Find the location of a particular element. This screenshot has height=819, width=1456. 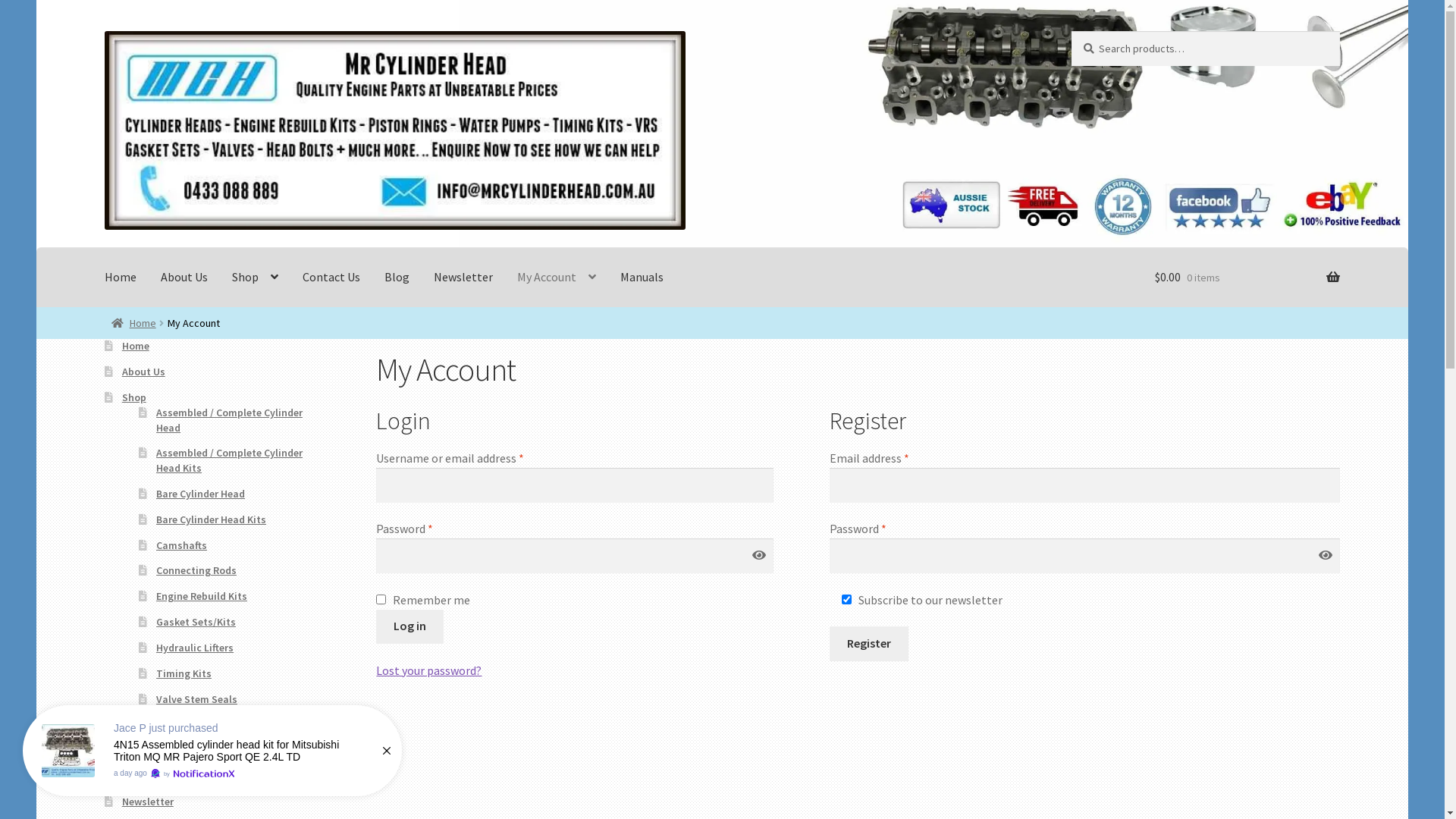

'Home' is located at coordinates (133, 322).